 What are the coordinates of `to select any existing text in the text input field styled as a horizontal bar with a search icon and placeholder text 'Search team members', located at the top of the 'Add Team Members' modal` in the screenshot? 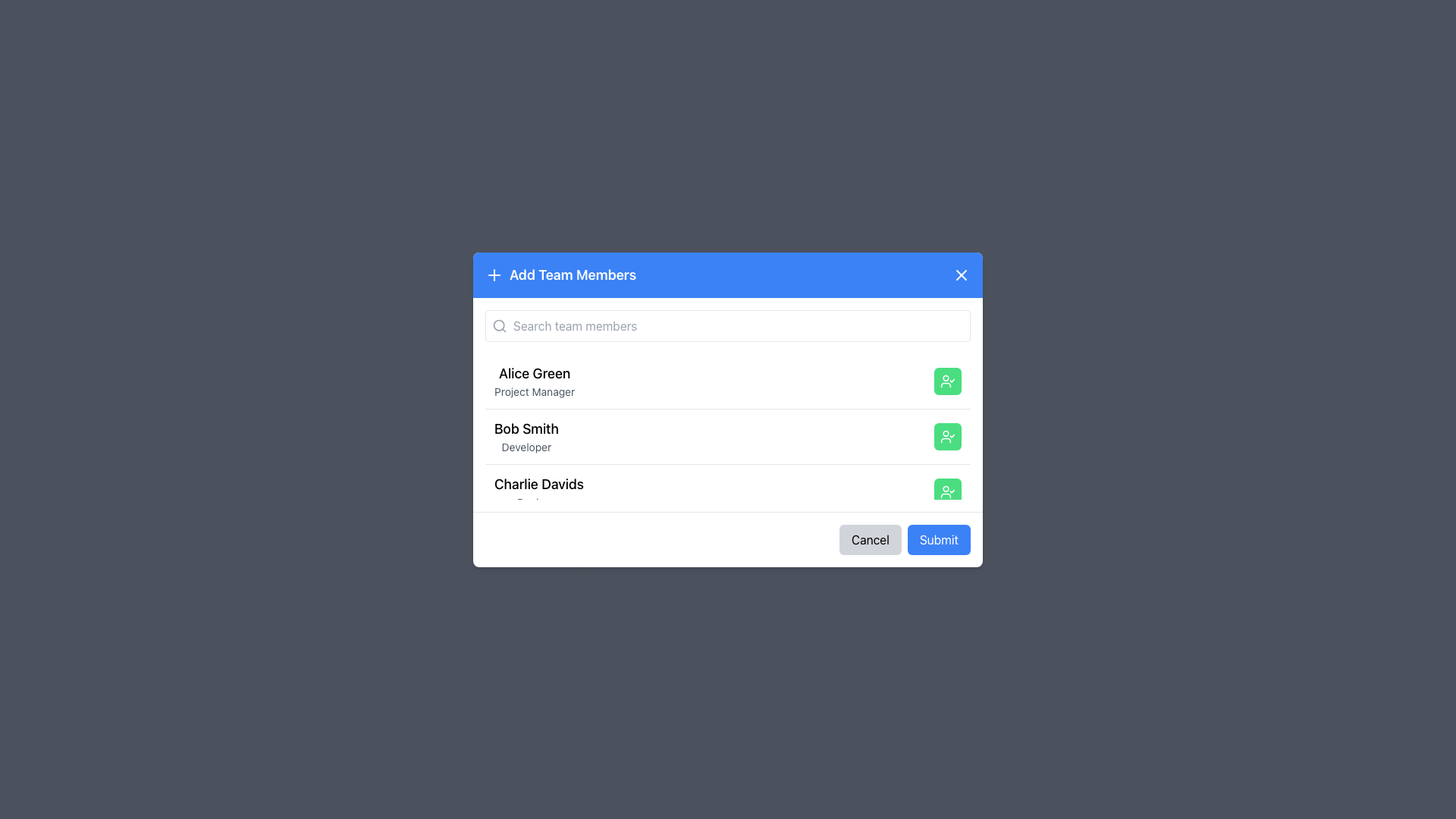 It's located at (728, 325).